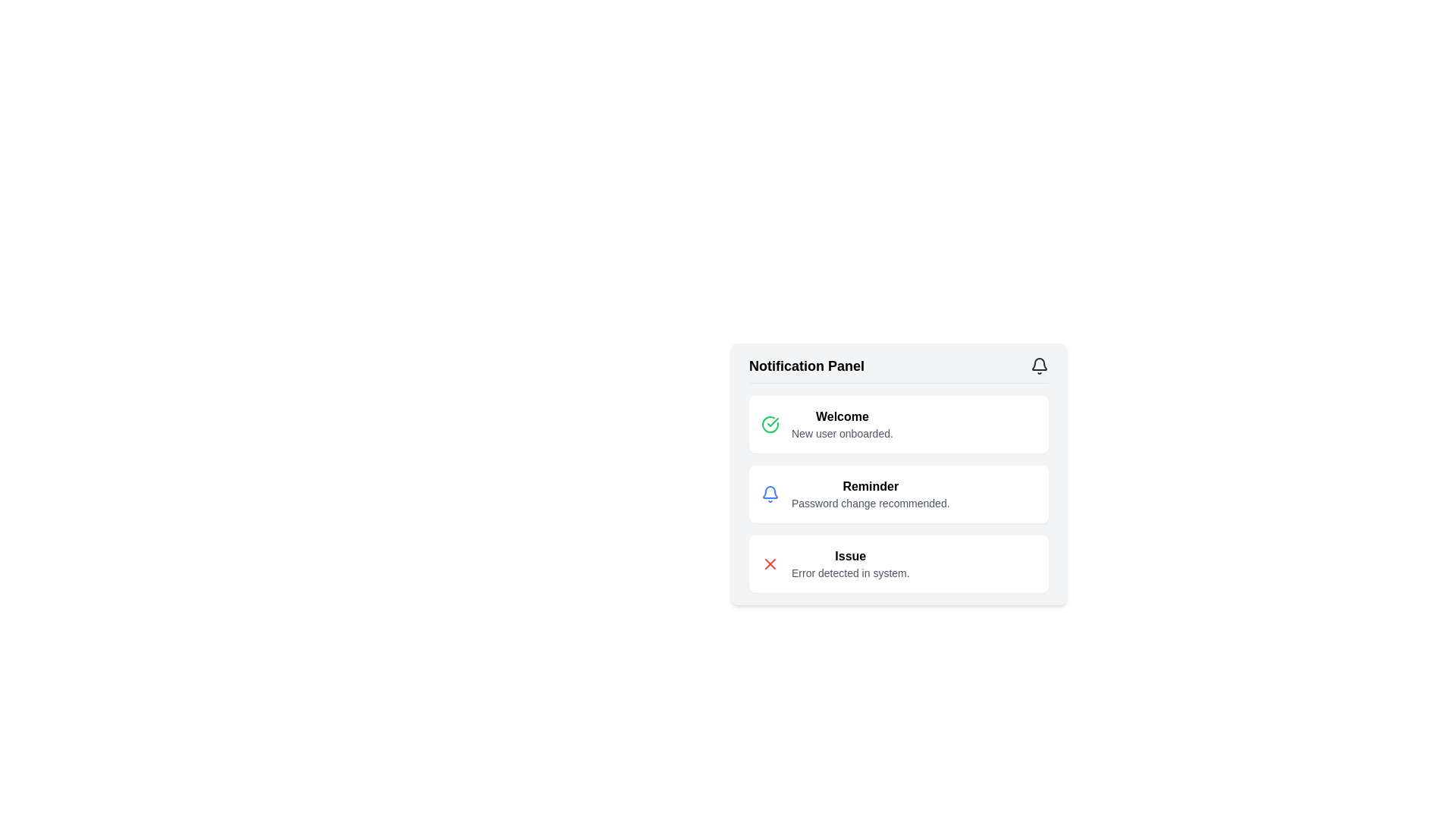 The image size is (1456, 819). What do you see at coordinates (770, 424) in the screenshot?
I see `the success icon in the first notification panel, which is located next to the 'Welcome' header and indicates a new user onboarding` at bounding box center [770, 424].